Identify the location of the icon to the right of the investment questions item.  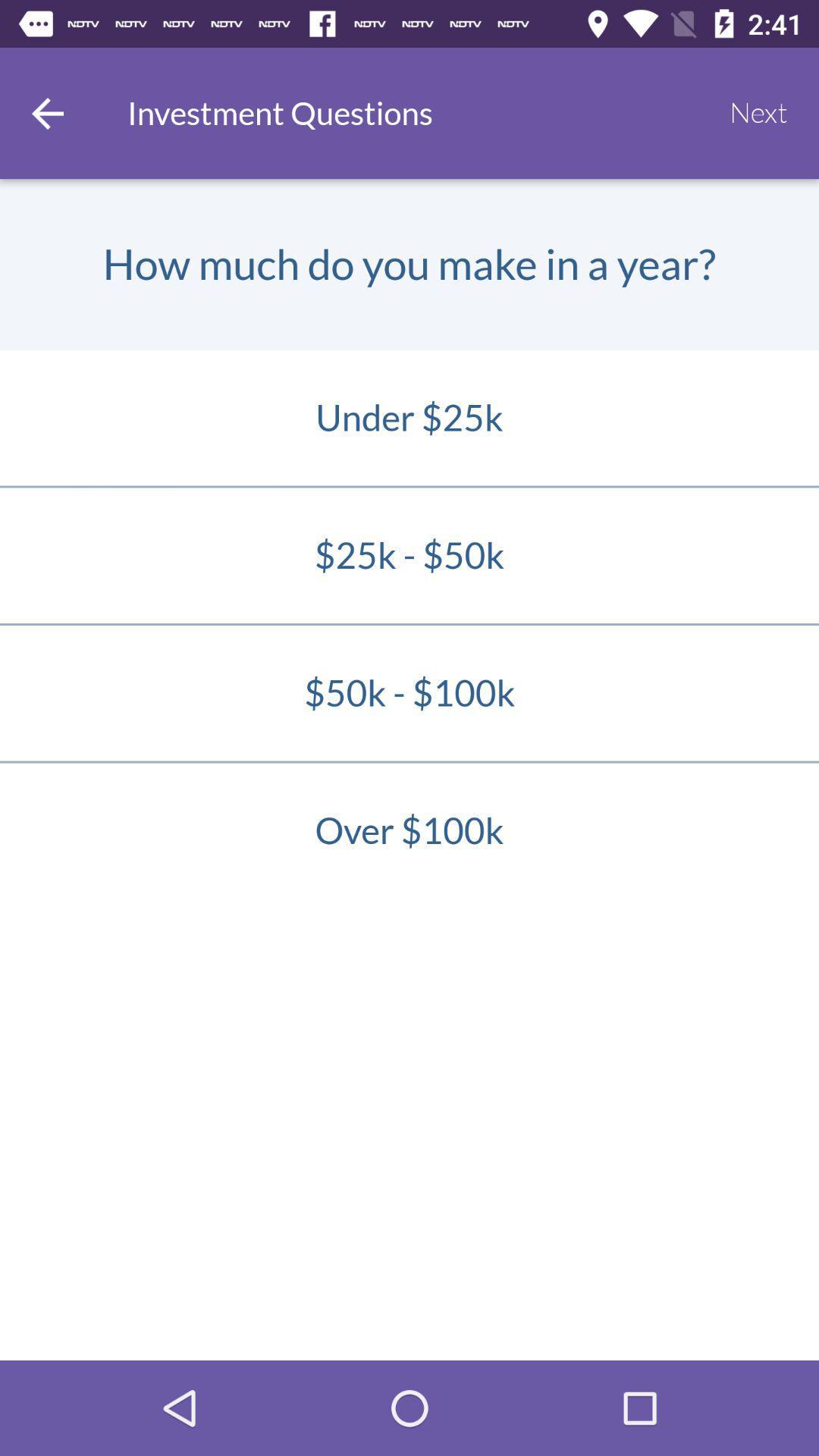
(758, 112).